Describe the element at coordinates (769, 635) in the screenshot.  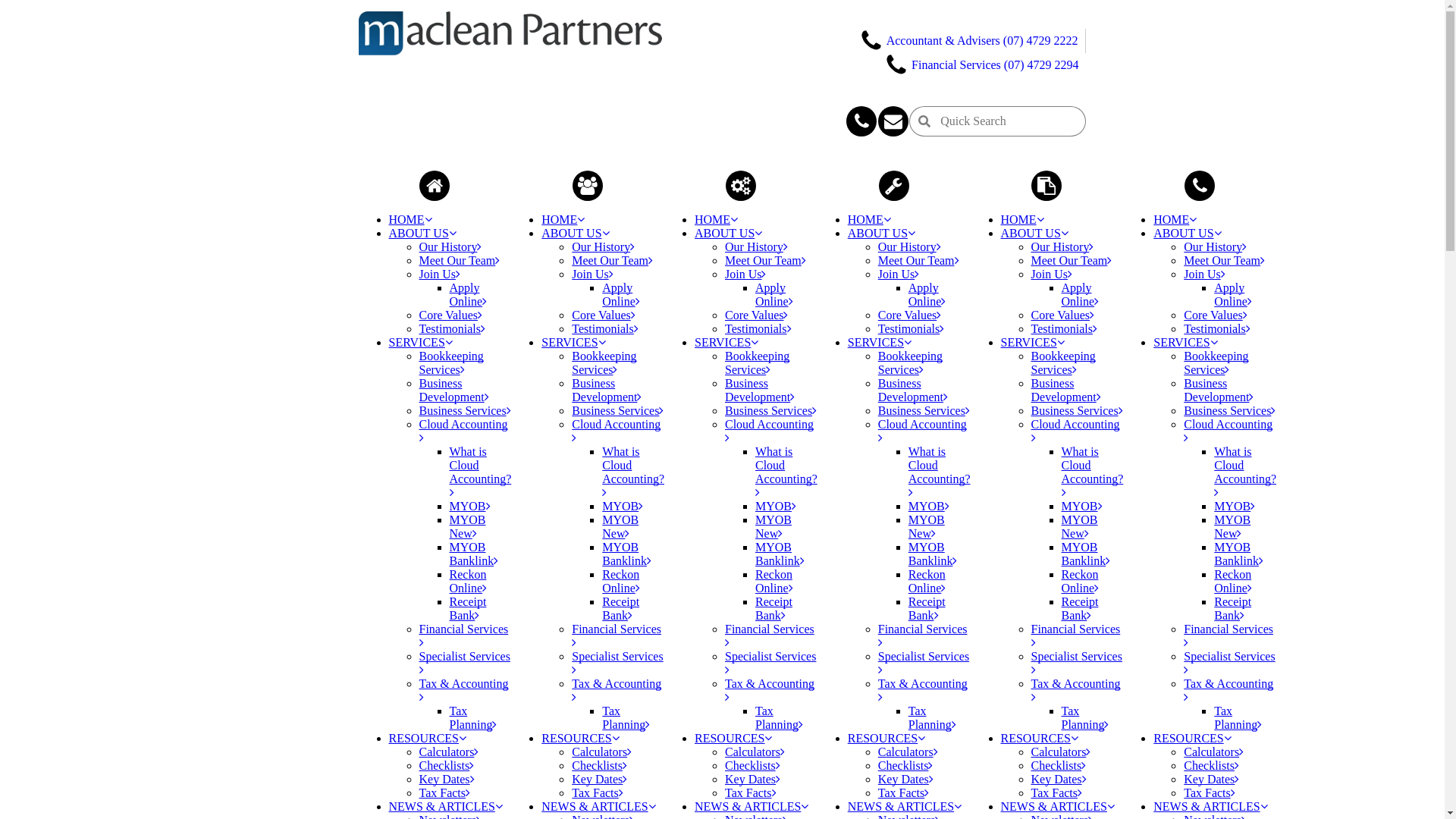
I see `'Financial Services'` at that location.